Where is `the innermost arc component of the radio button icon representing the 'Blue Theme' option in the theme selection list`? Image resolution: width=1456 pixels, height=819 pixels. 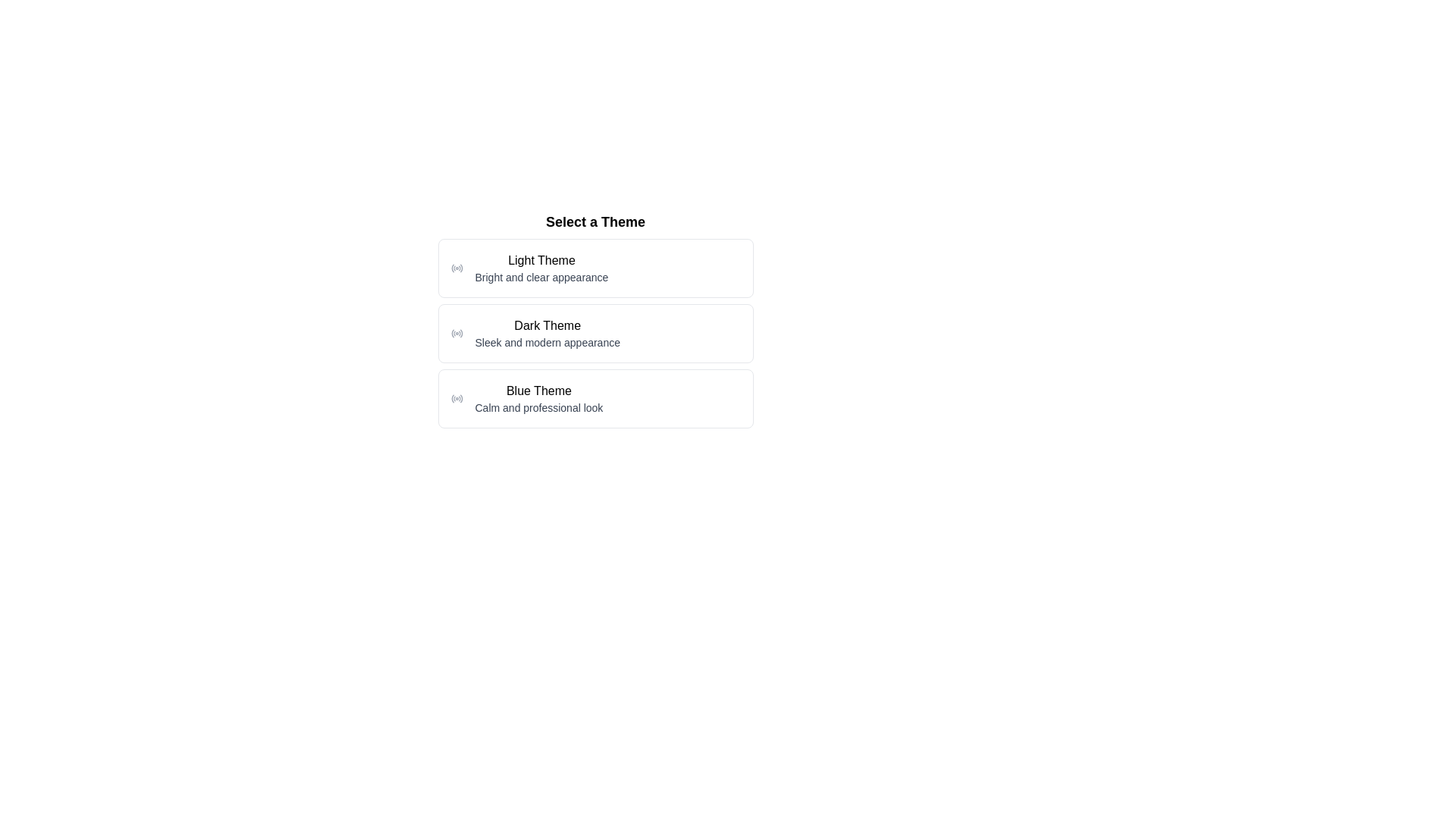
the innermost arc component of the radio button icon representing the 'Blue Theme' option in the theme selection list is located at coordinates (451, 397).